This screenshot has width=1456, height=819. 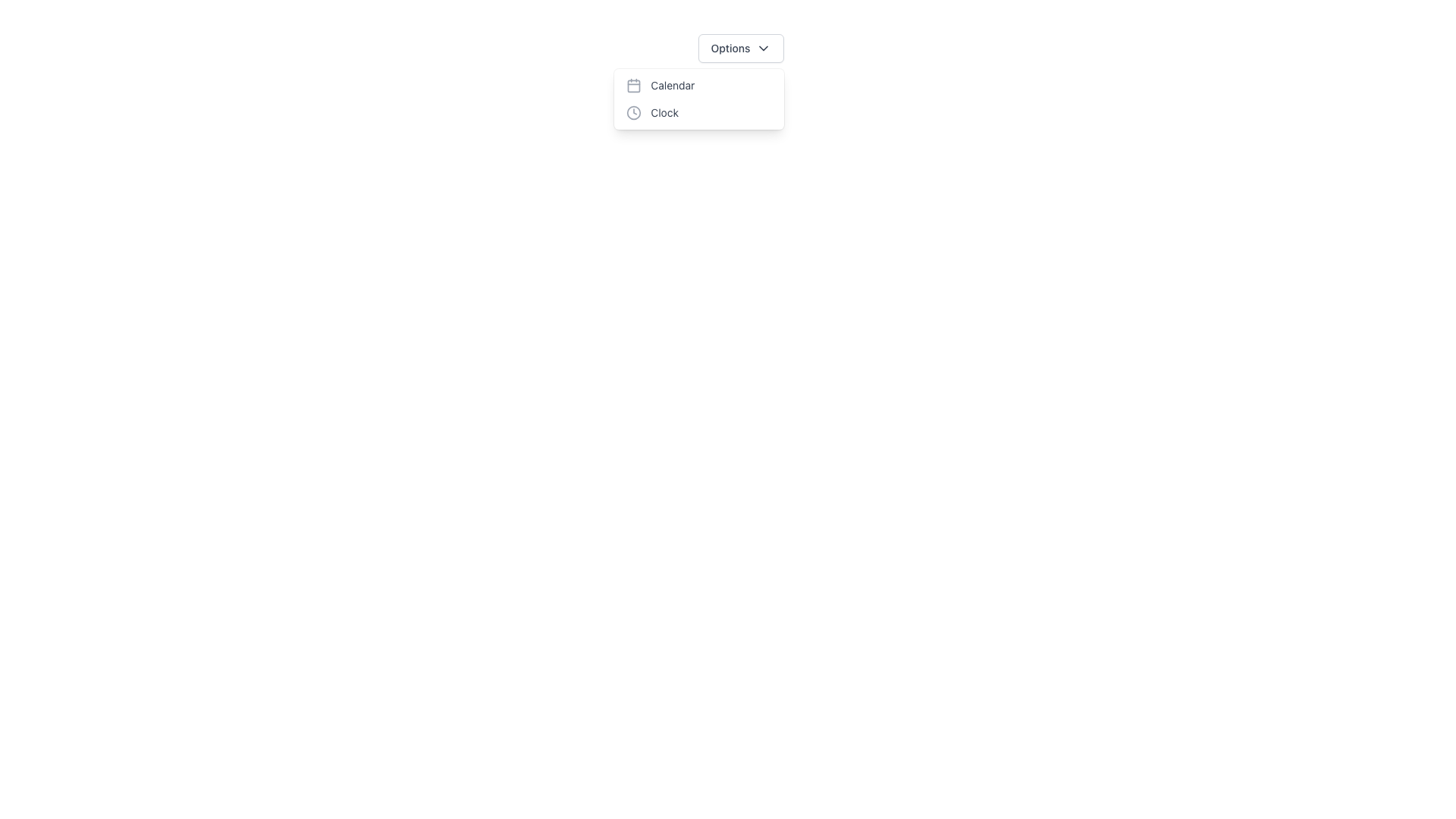 I want to click on the dropdown menu positioned below the 'Options' button, so click(x=698, y=99).